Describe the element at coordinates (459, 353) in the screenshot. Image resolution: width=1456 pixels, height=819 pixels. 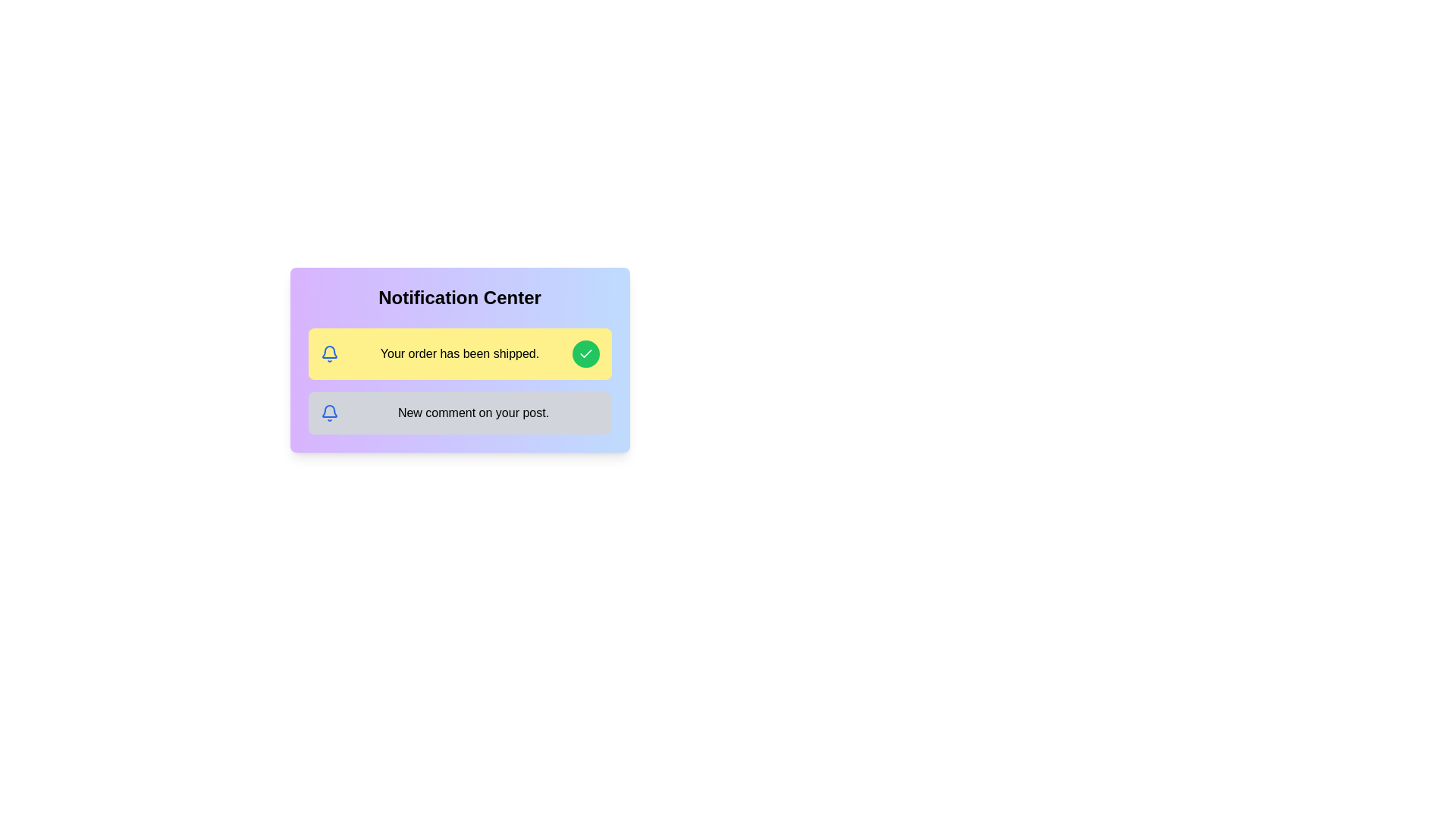
I see `notification text from the notification block with a yellow background and the message 'Your order has been shipped.'` at that location.